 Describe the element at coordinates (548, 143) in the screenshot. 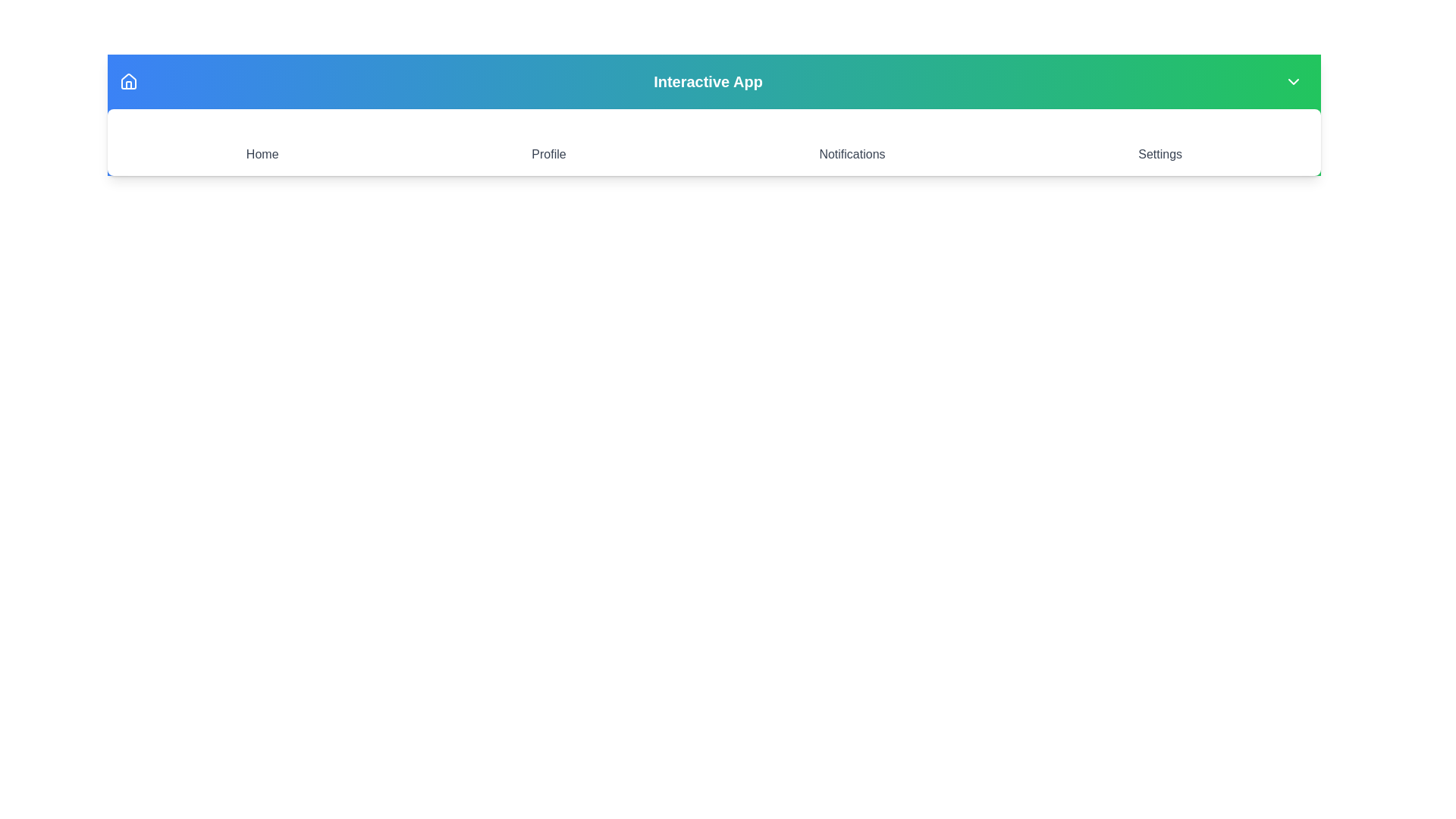

I see `the Profile icon to navigate to the corresponding section` at that location.